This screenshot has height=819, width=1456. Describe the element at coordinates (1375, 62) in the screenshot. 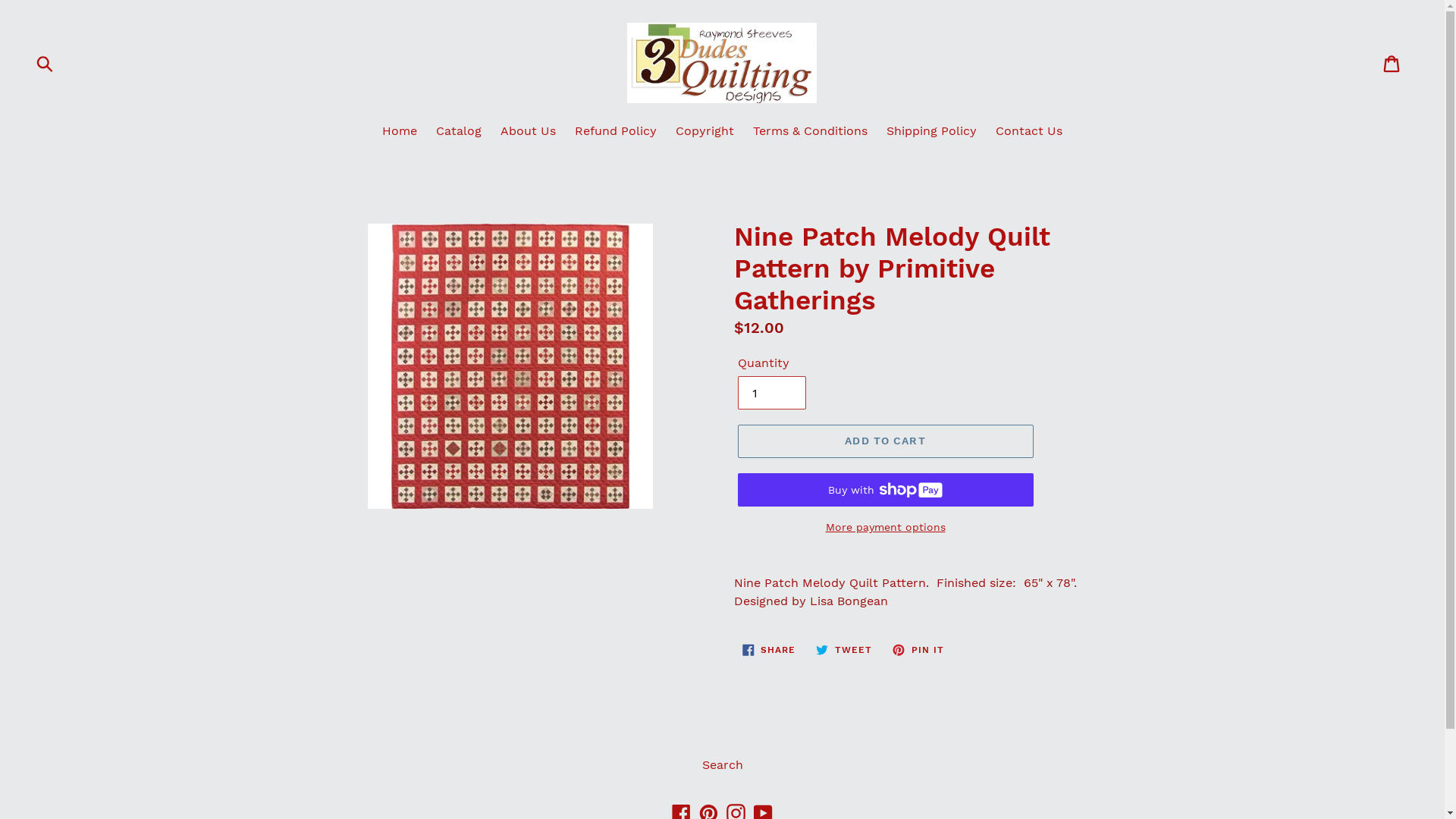

I see `'Cart'` at that location.